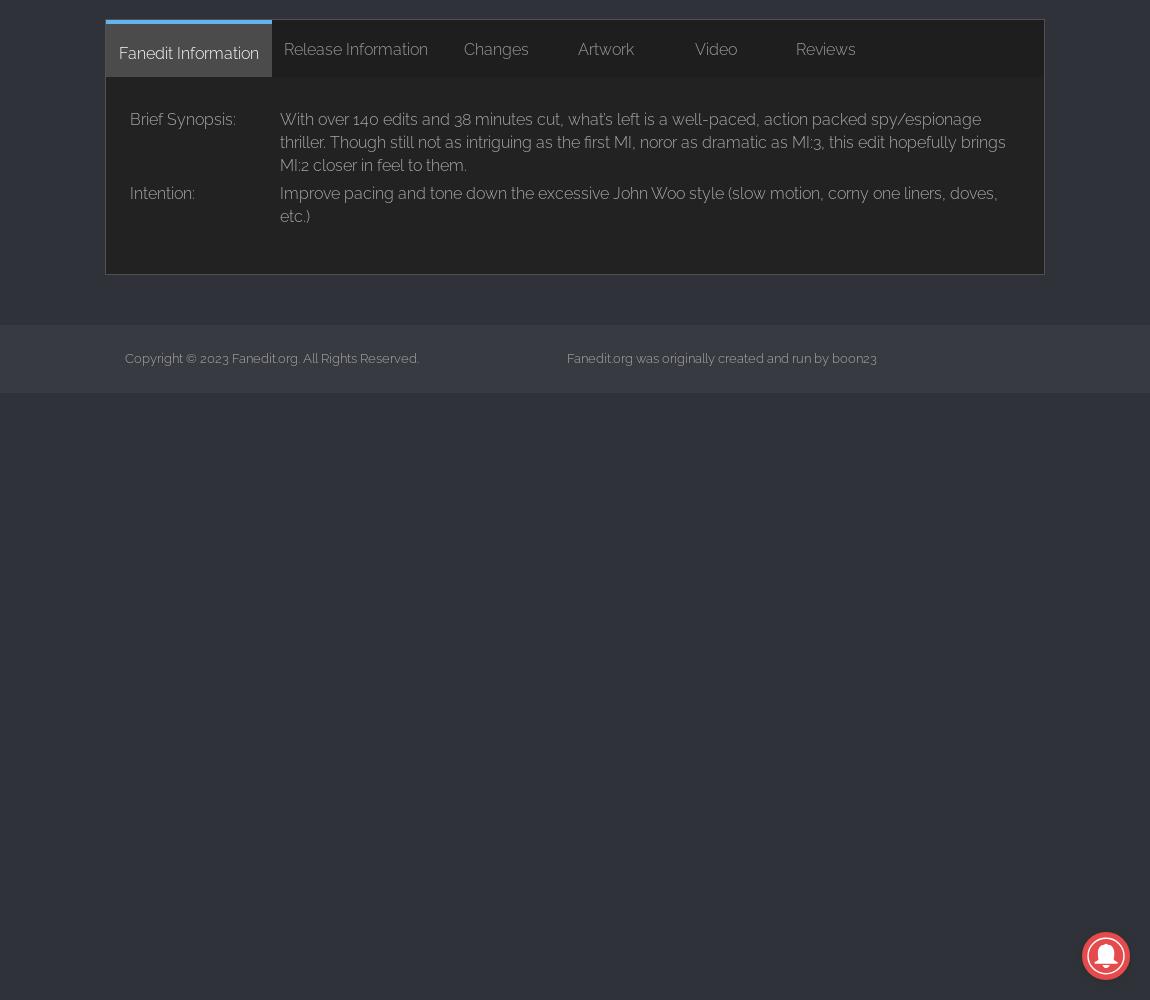 The height and width of the screenshot is (1000, 1150). What do you see at coordinates (263, 356) in the screenshot?
I see `'Fanedit.org'` at bounding box center [263, 356].